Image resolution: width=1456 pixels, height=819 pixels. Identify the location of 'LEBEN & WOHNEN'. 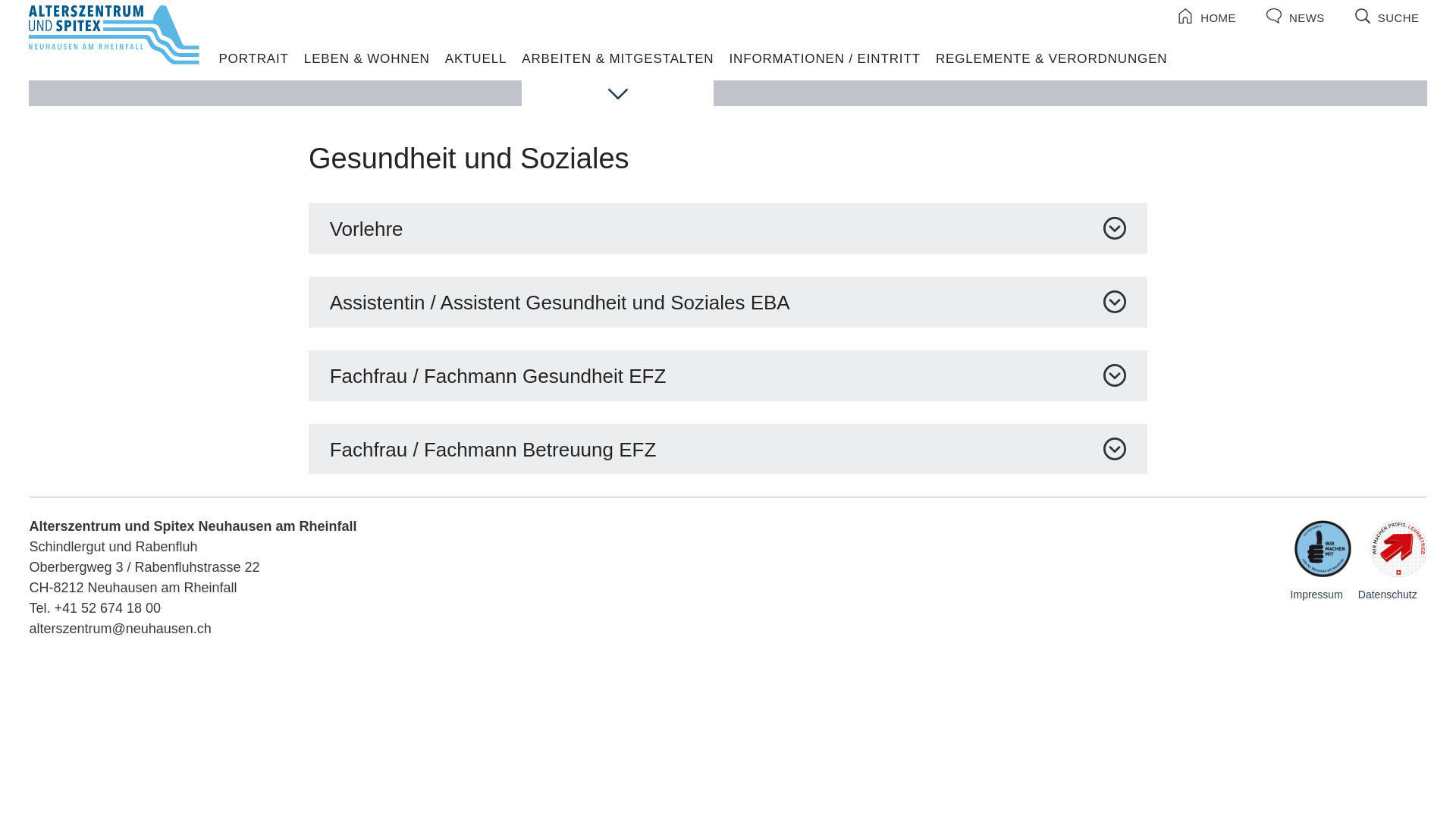
(303, 58).